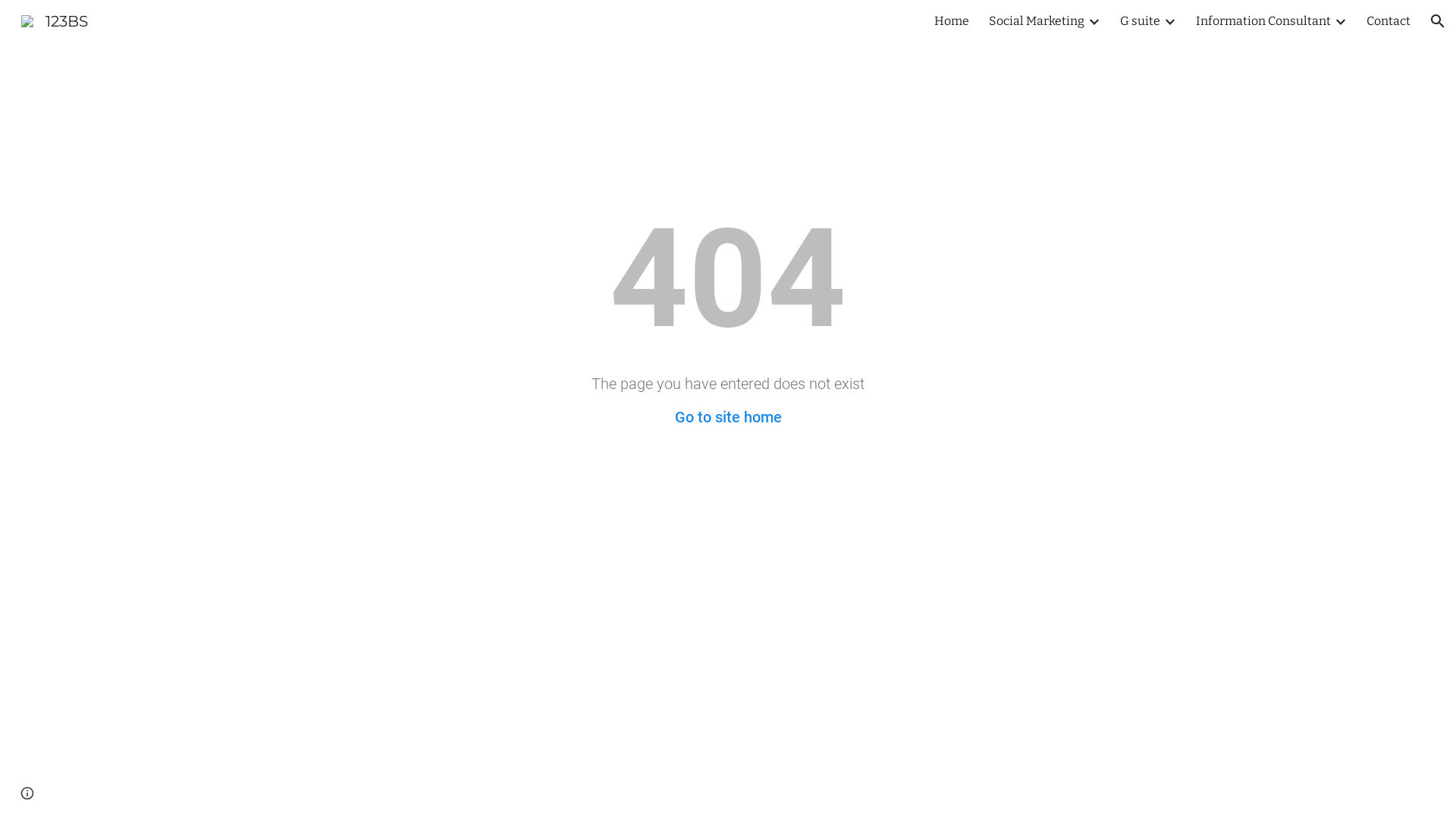 This screenshot has width=1456, height=819. What do you see at coordinates (1036, 20) in the screenshot?
I see `'Social Marketing'` at bounding box center [1036, 20].